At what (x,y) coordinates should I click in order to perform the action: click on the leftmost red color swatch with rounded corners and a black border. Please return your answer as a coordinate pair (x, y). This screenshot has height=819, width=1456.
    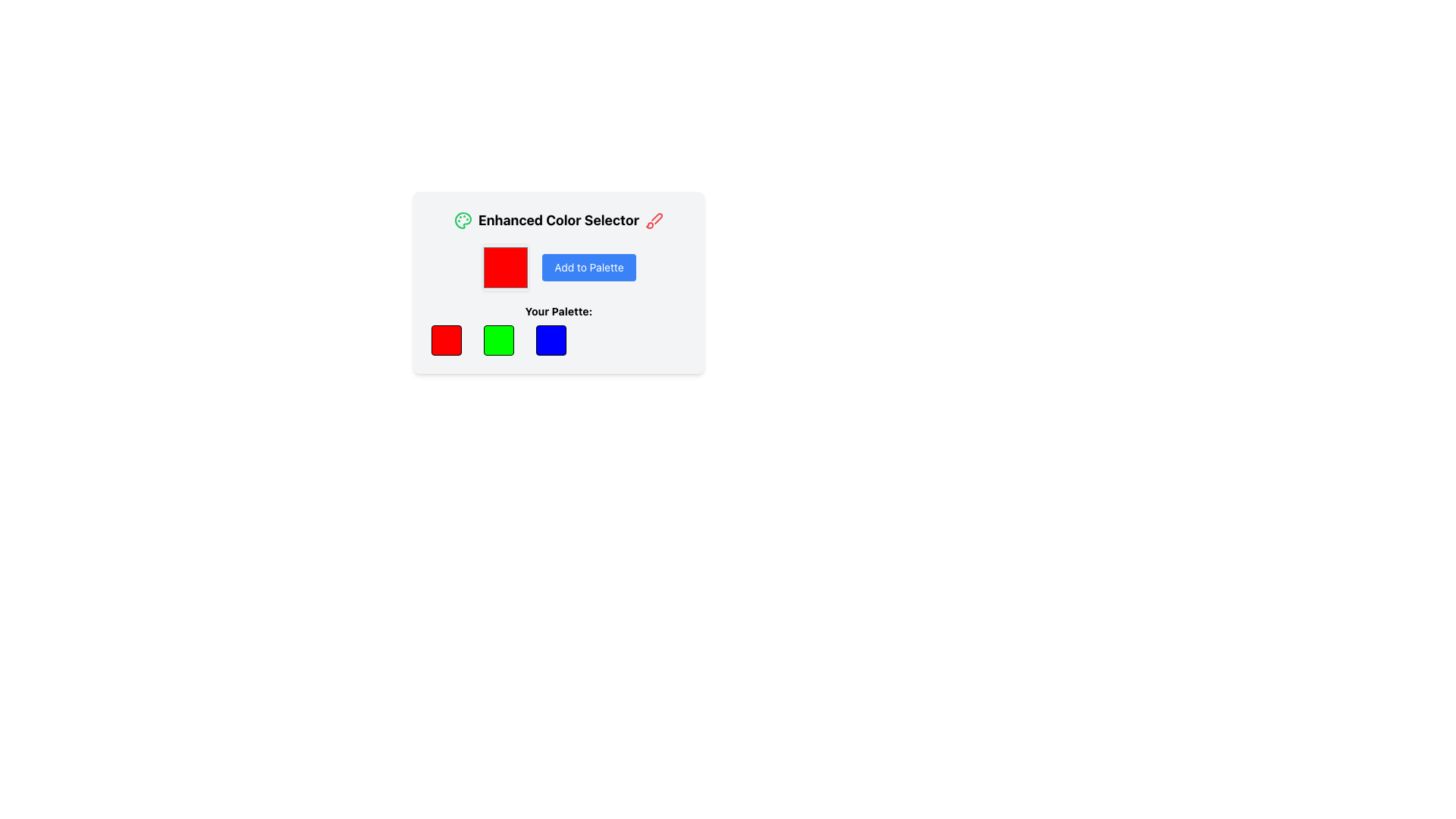
    Looking at the image, I should click on (446, 339).